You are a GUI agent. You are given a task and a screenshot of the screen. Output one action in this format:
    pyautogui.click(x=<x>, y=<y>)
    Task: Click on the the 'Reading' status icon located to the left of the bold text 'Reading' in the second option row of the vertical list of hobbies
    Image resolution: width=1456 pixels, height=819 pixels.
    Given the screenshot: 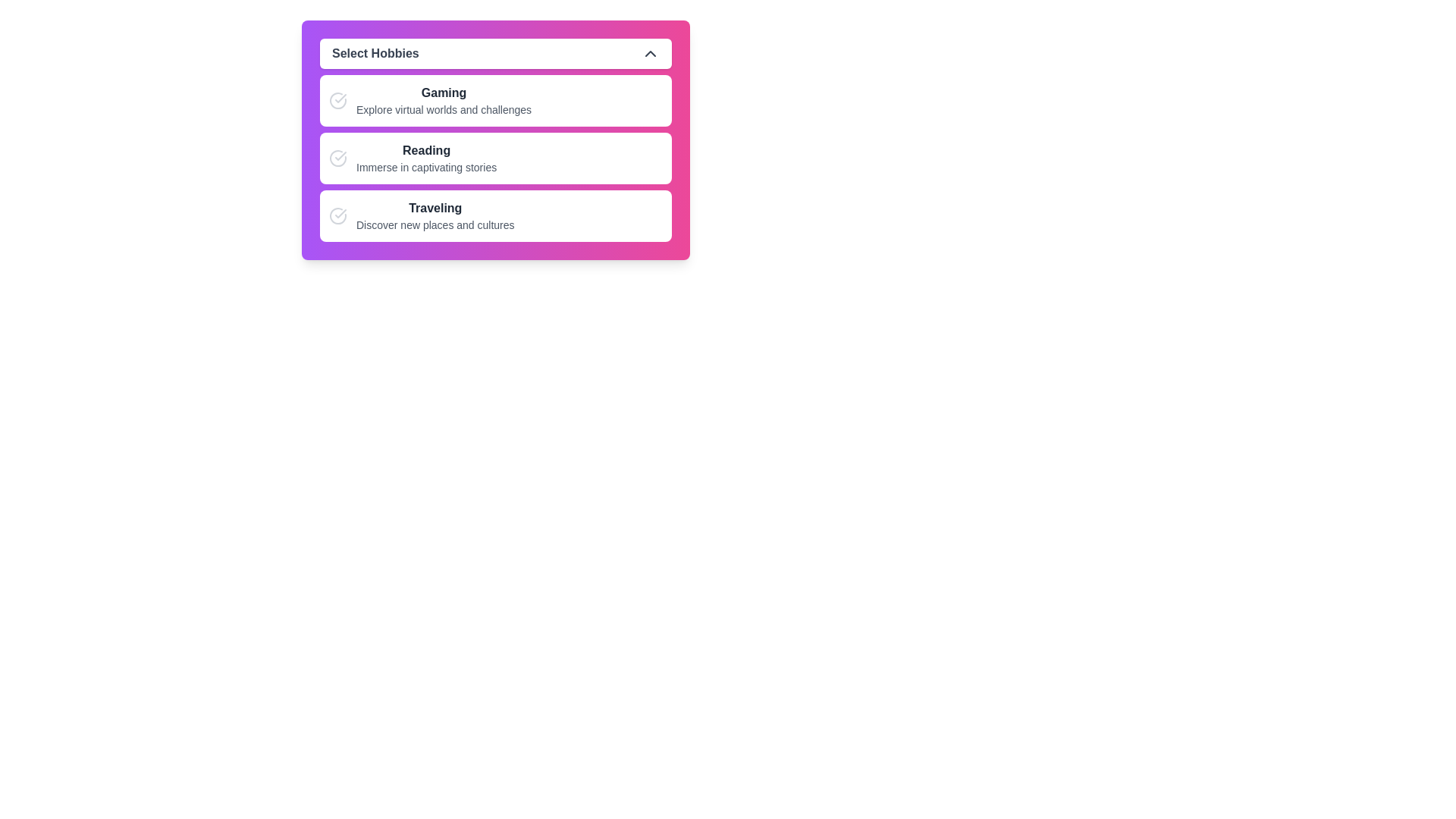 What is the action you would take?
    pyautogui.click(x=337, y=158)
    